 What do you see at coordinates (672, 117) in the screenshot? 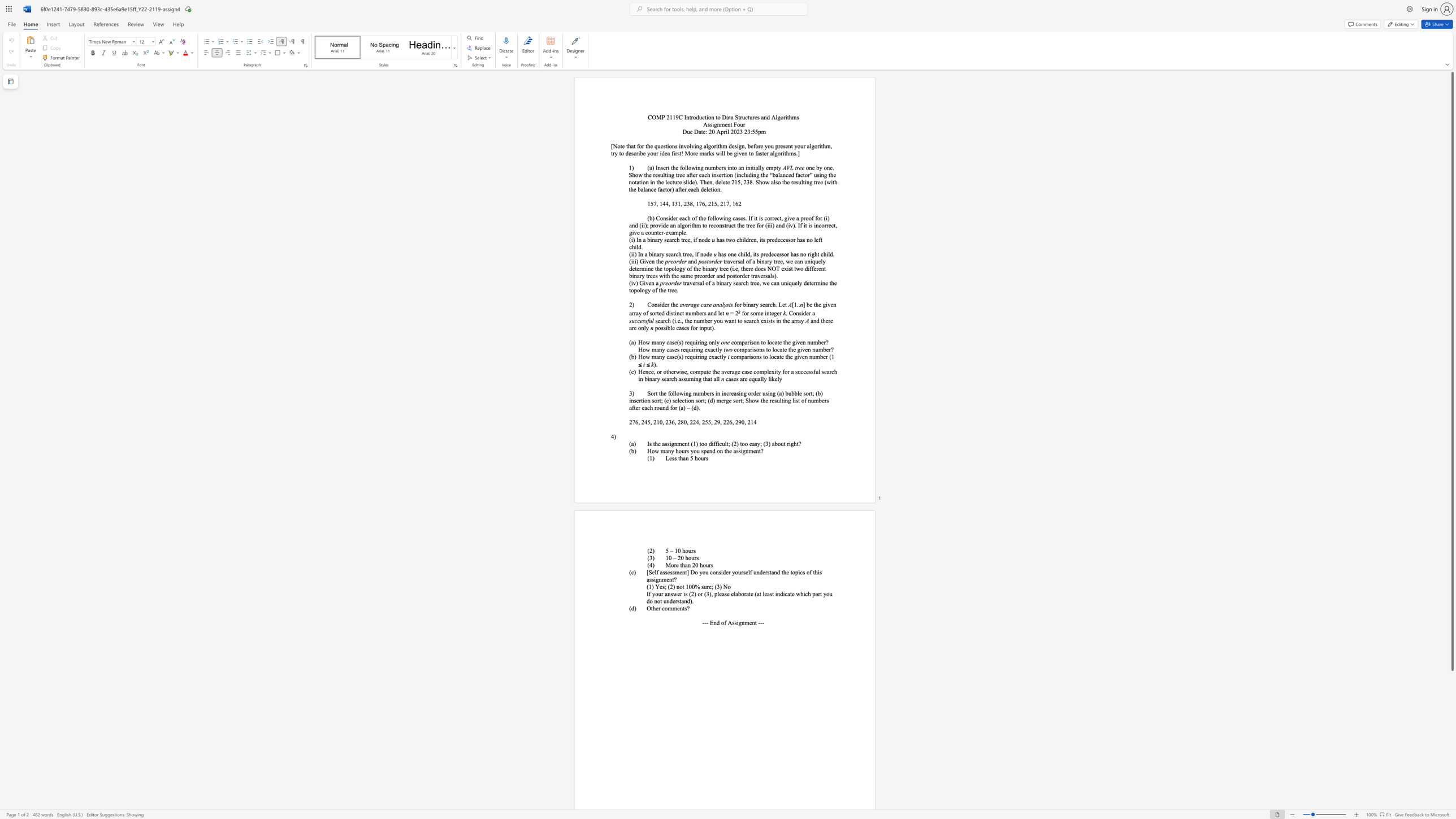
I see `the subset text "19C Introduction to Data" within the text "COMP 2119C Introduction to Data Structures and Algorithms"` at bounding box center [672, 117].